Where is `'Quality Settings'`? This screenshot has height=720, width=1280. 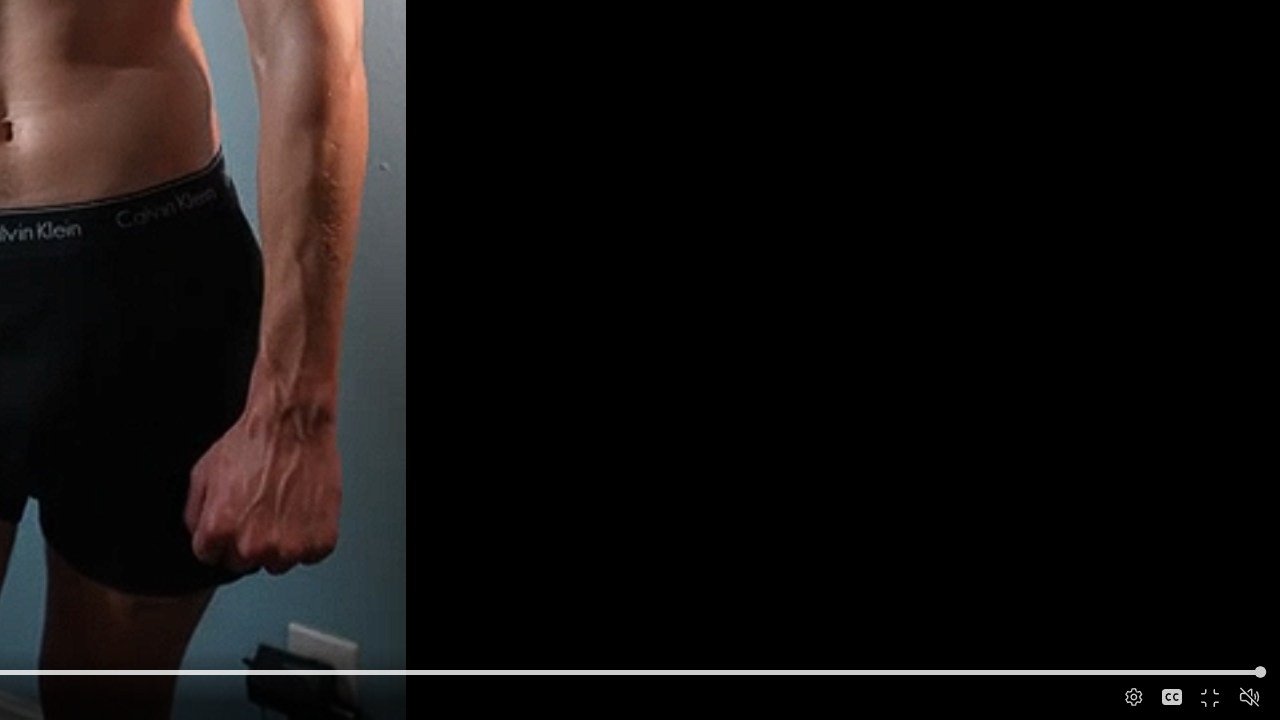
'Quality Settings' is located at coordinates (1132, 696).